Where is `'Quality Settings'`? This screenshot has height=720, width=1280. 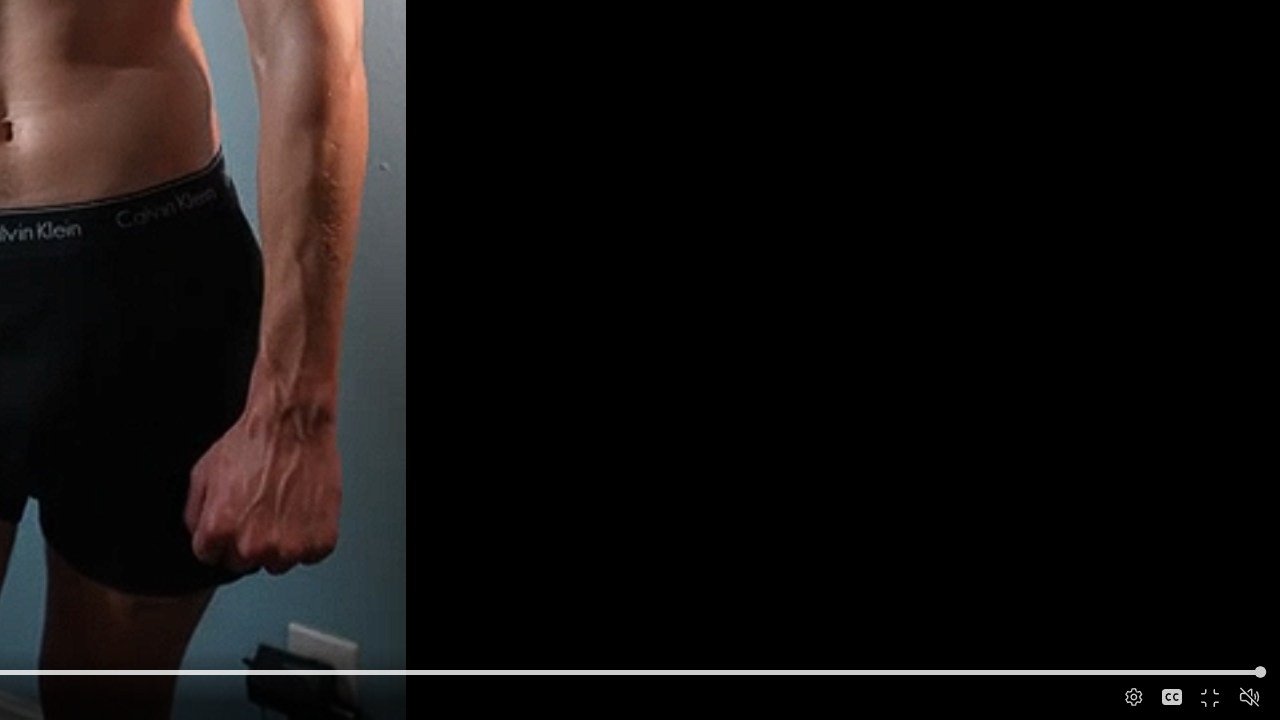
'Quality Settings' is located at coordinates (1132, 696).